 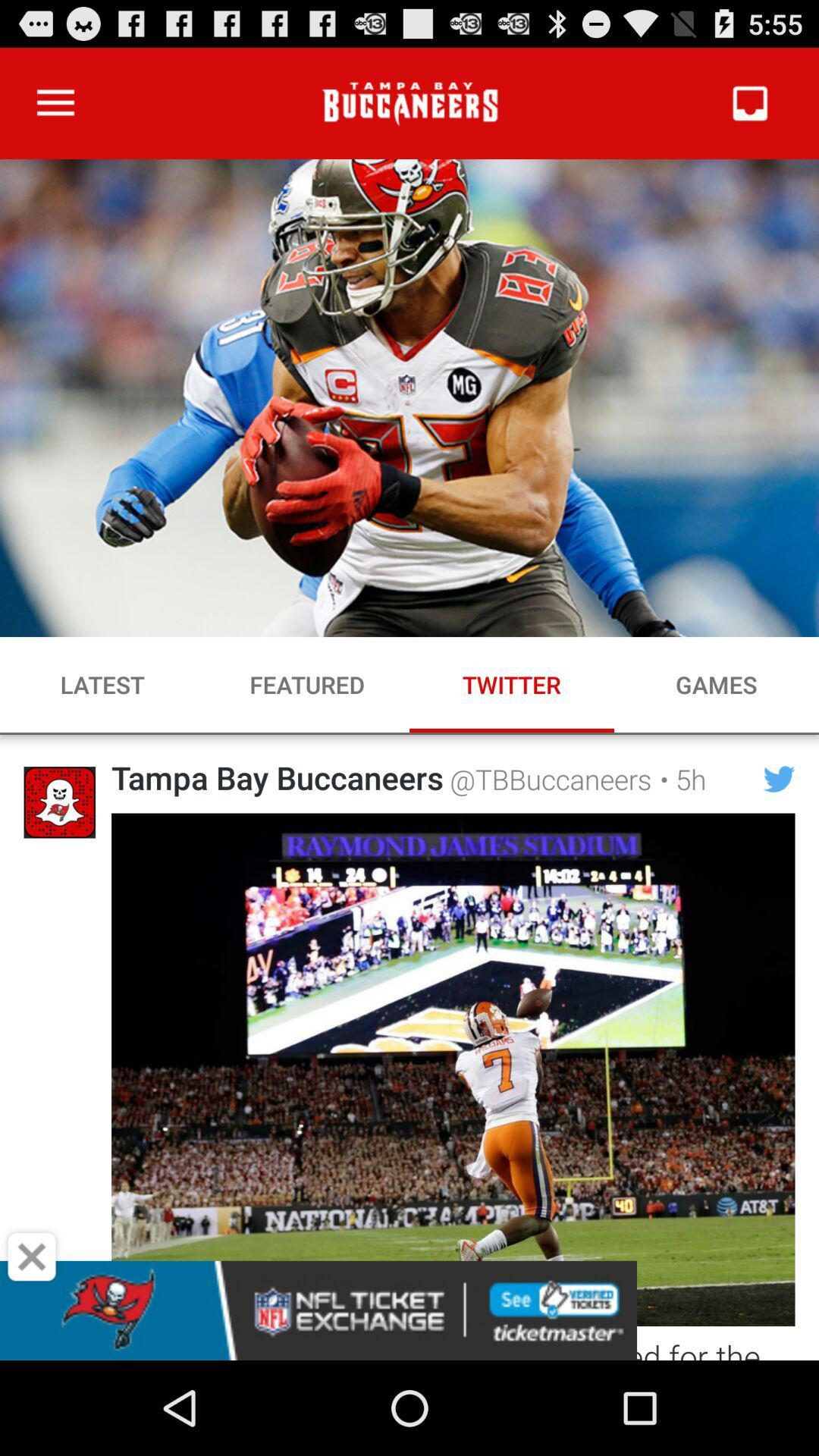 What do you see at coordinates (32, 1257) in the screenshot?
I see `advertisement` at bounding box center [32, 1257].